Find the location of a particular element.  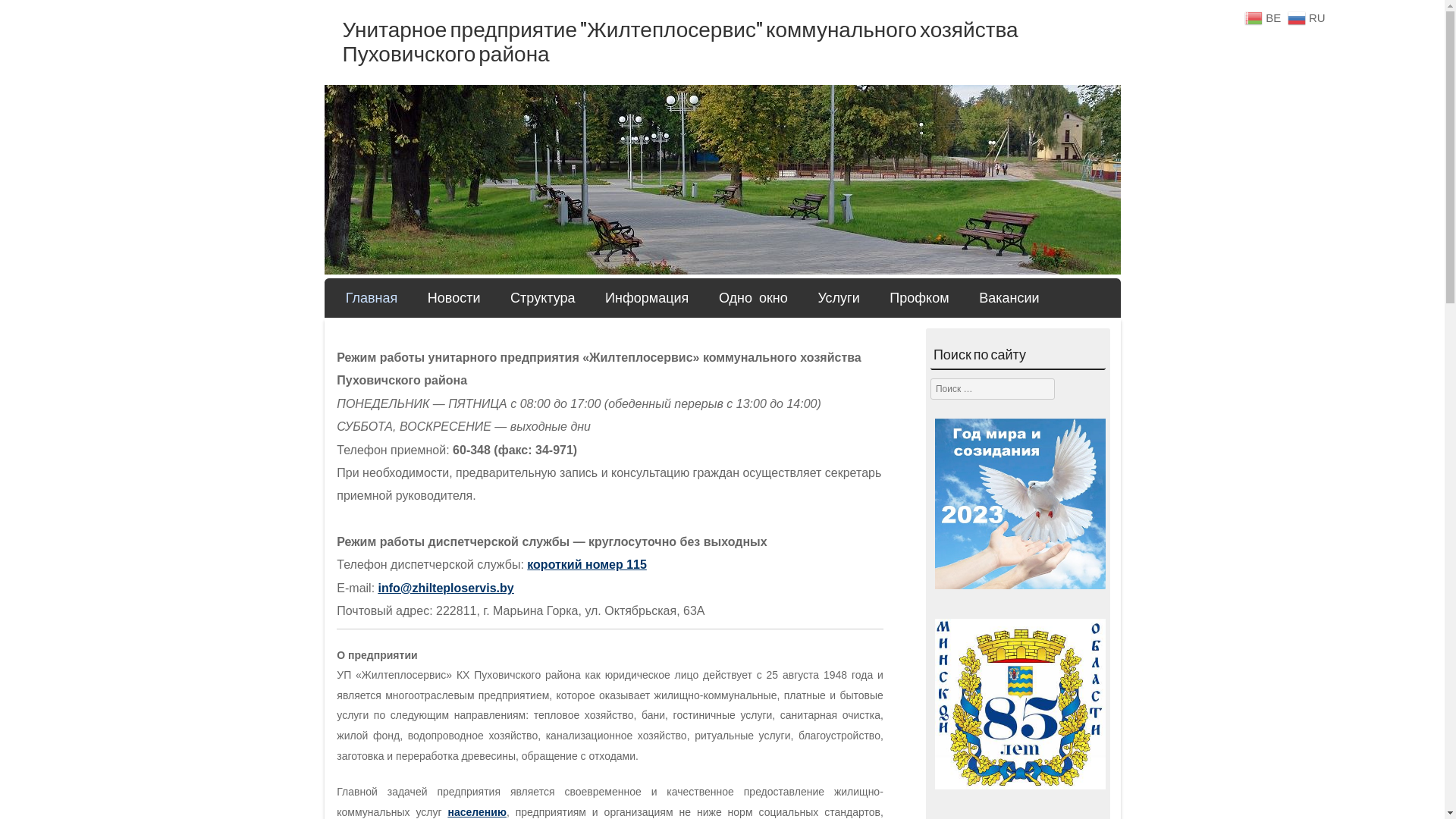

'RU' is located at coordinates (1307, 17).